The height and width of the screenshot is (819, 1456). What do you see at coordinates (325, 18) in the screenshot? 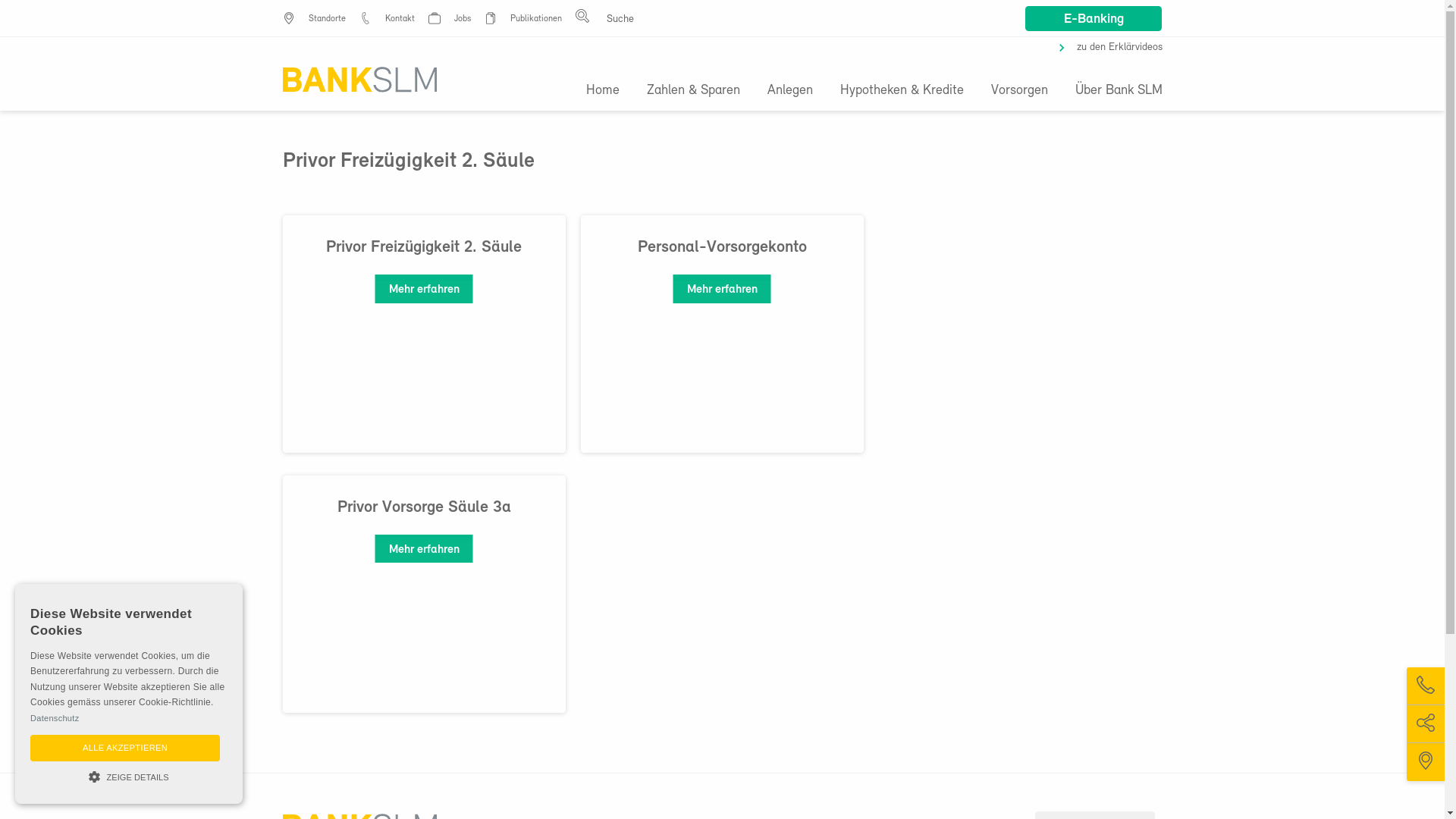
I see `'Standorte'` at bounding box center [325, 18].